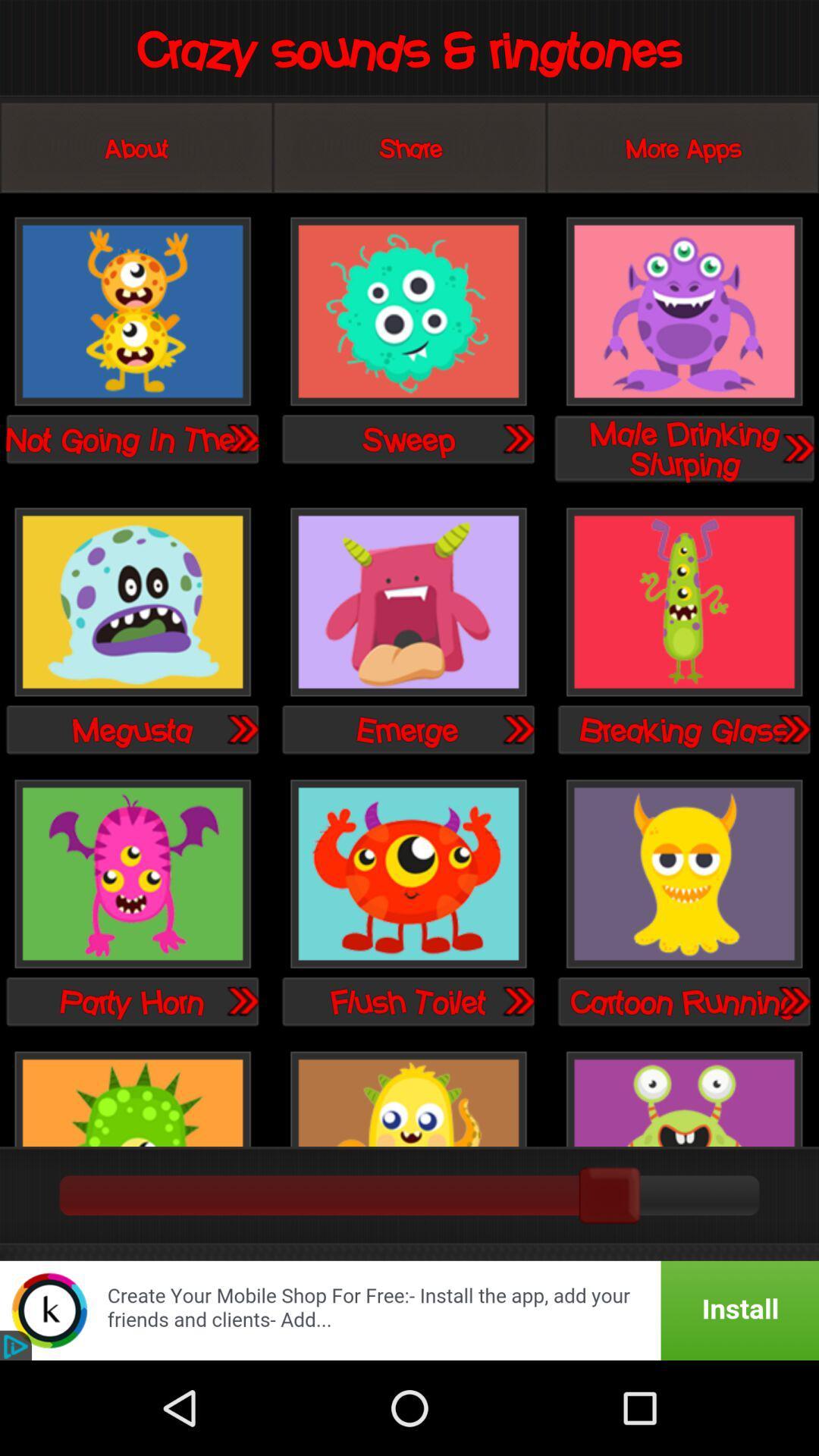 Image resolution: width=819 pixels, height=1456 pixels. Describe the element at coordinates (684, 602) in the screenshot. I see `ringtone selection` at that location.